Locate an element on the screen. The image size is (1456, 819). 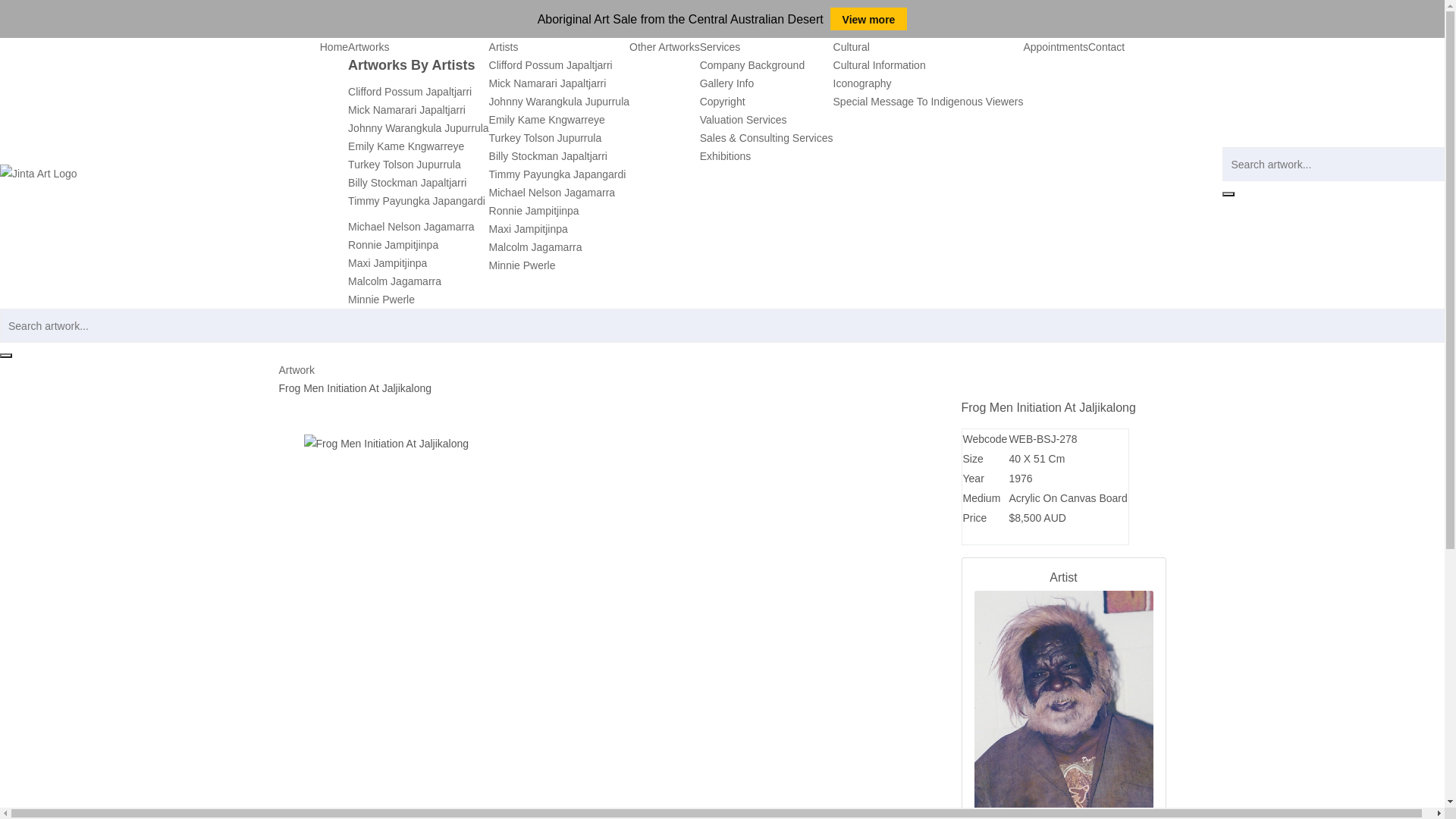
'Appointments' is located at coordinates (1055, 45).